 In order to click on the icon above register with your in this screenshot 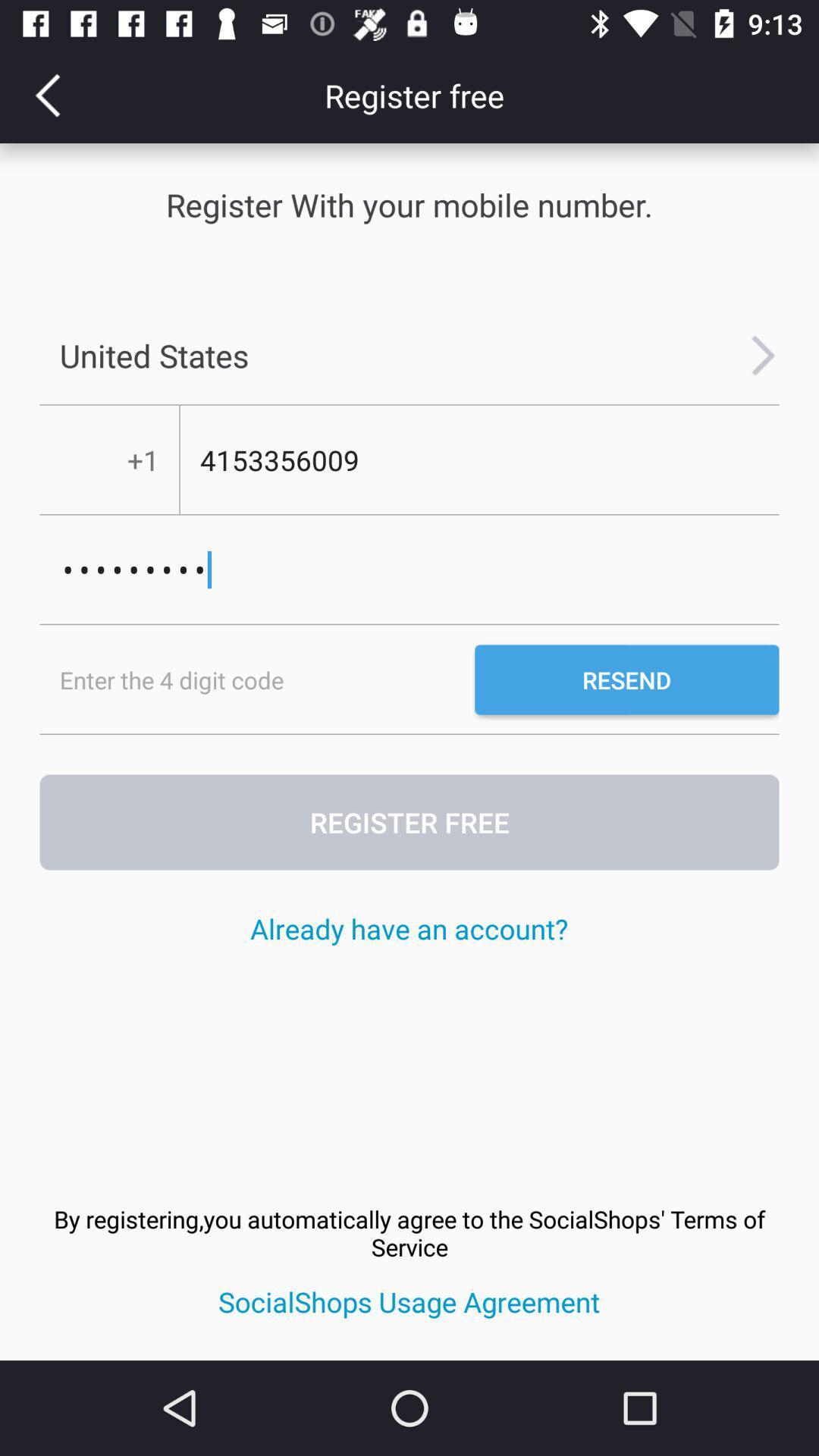, I will do `click(46, 94)`.